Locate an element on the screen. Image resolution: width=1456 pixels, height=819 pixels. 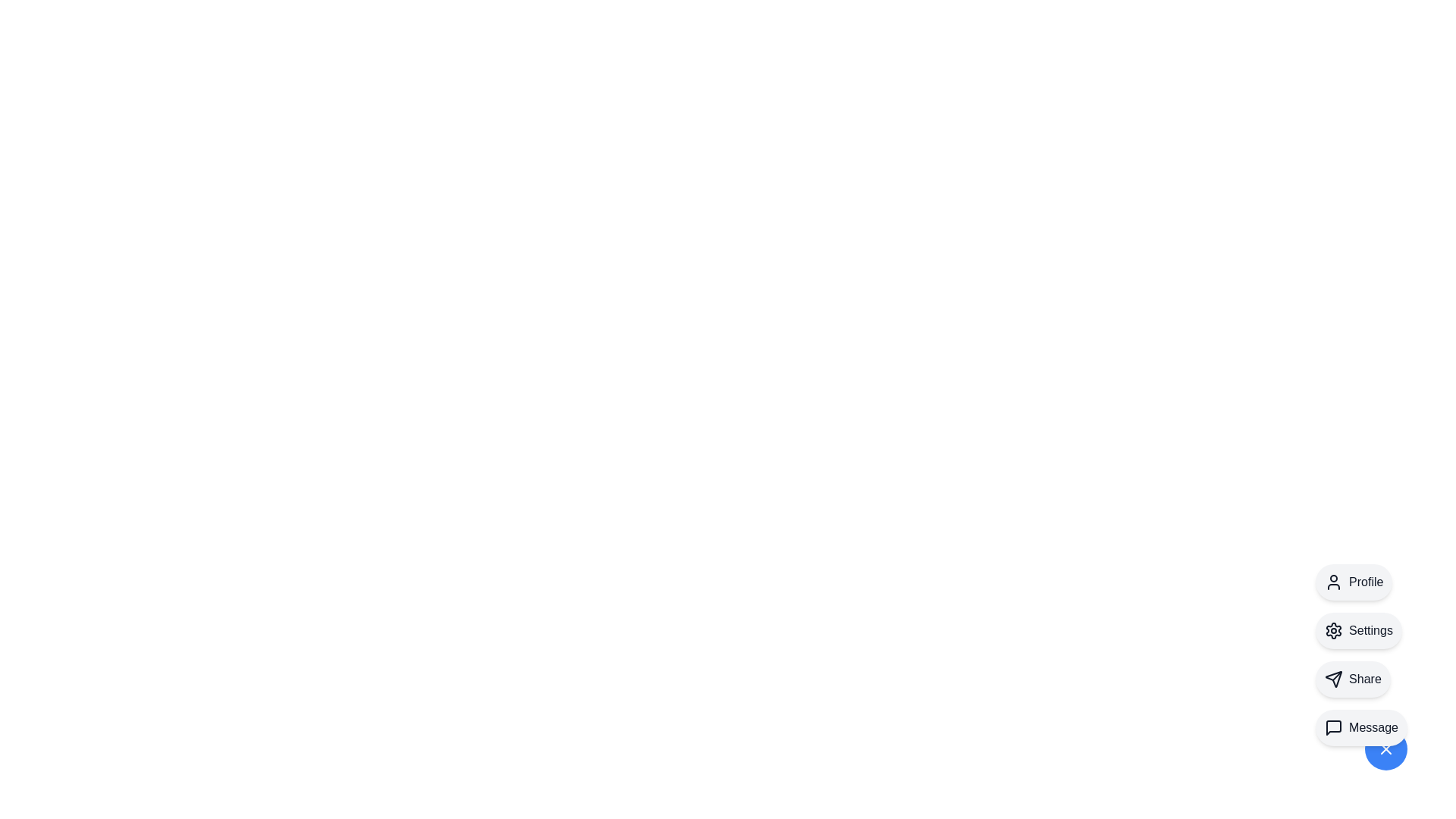
the Message button to reveal its tooltip is located at coordinates (1361, 727).